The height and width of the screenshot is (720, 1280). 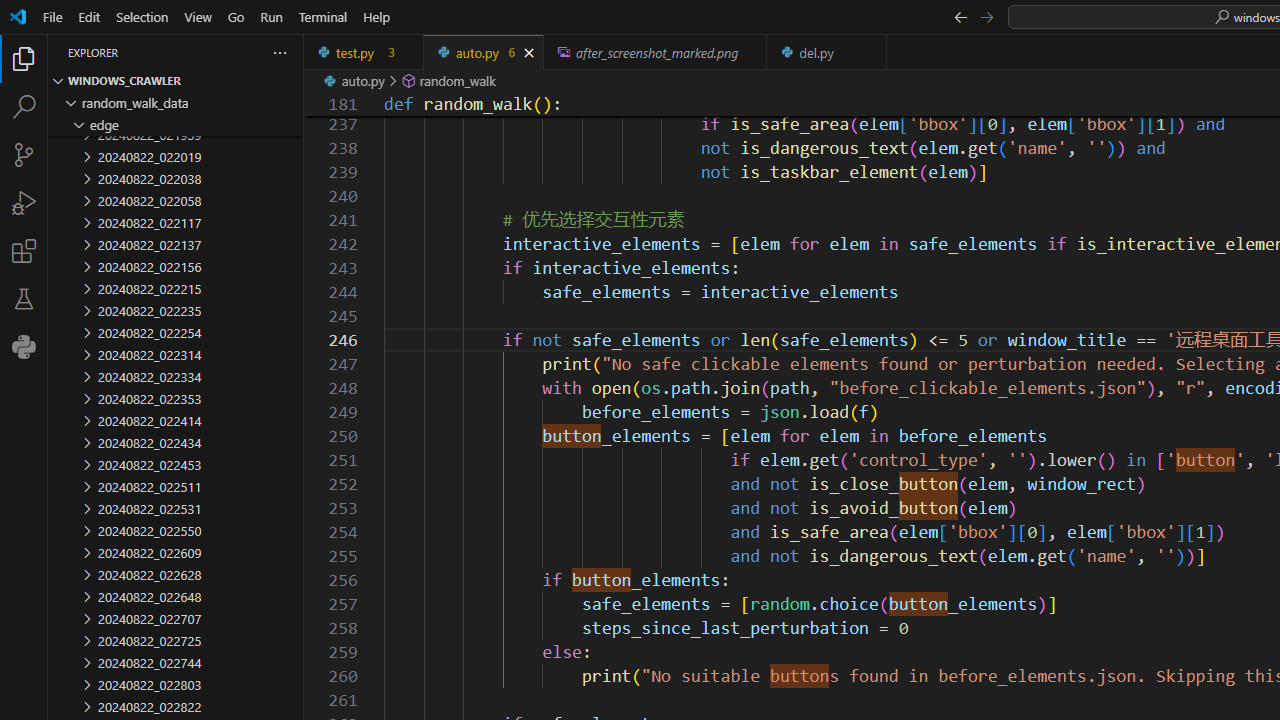 What do you see at coordinates (872, 51) in the screenshot?
I see `'Close (Ctrl+F4)'` at bounding box center [872, 51].